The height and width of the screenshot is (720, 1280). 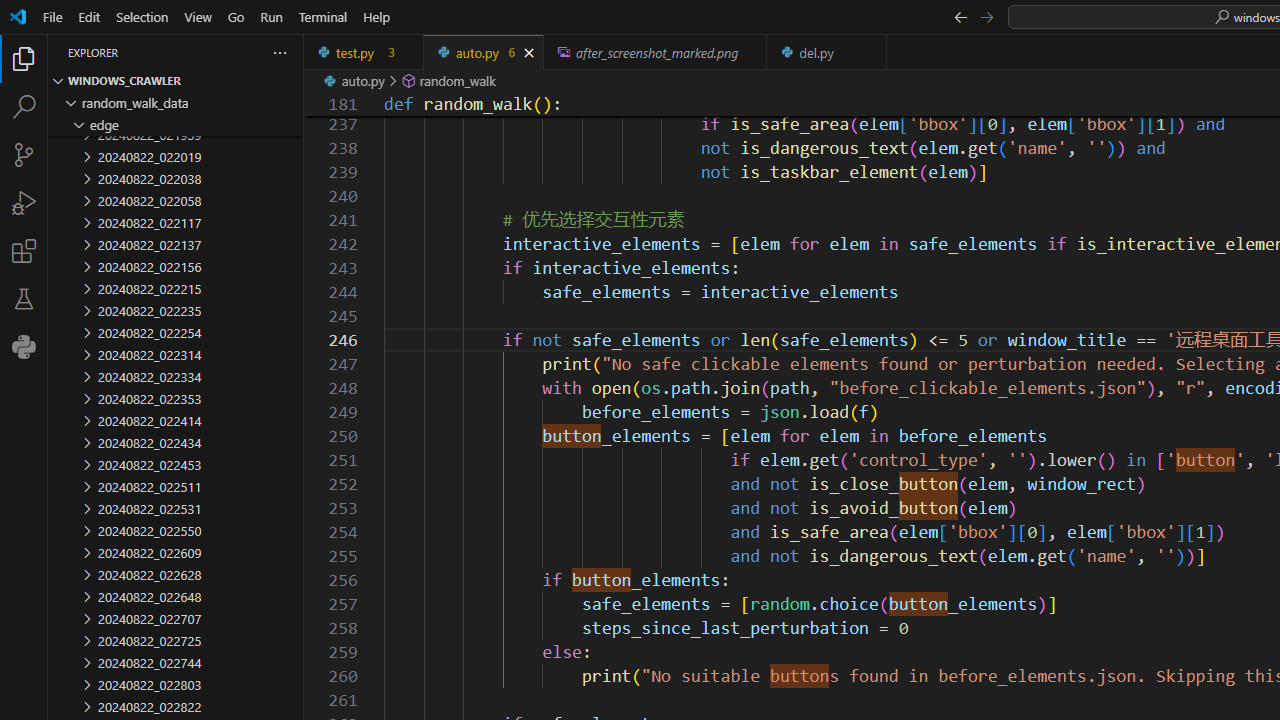 What do you see at coordinates (872, 51) in the screenshot?
I see `'Close (Ctrl+F4)'` at bounding box center [872, 51].